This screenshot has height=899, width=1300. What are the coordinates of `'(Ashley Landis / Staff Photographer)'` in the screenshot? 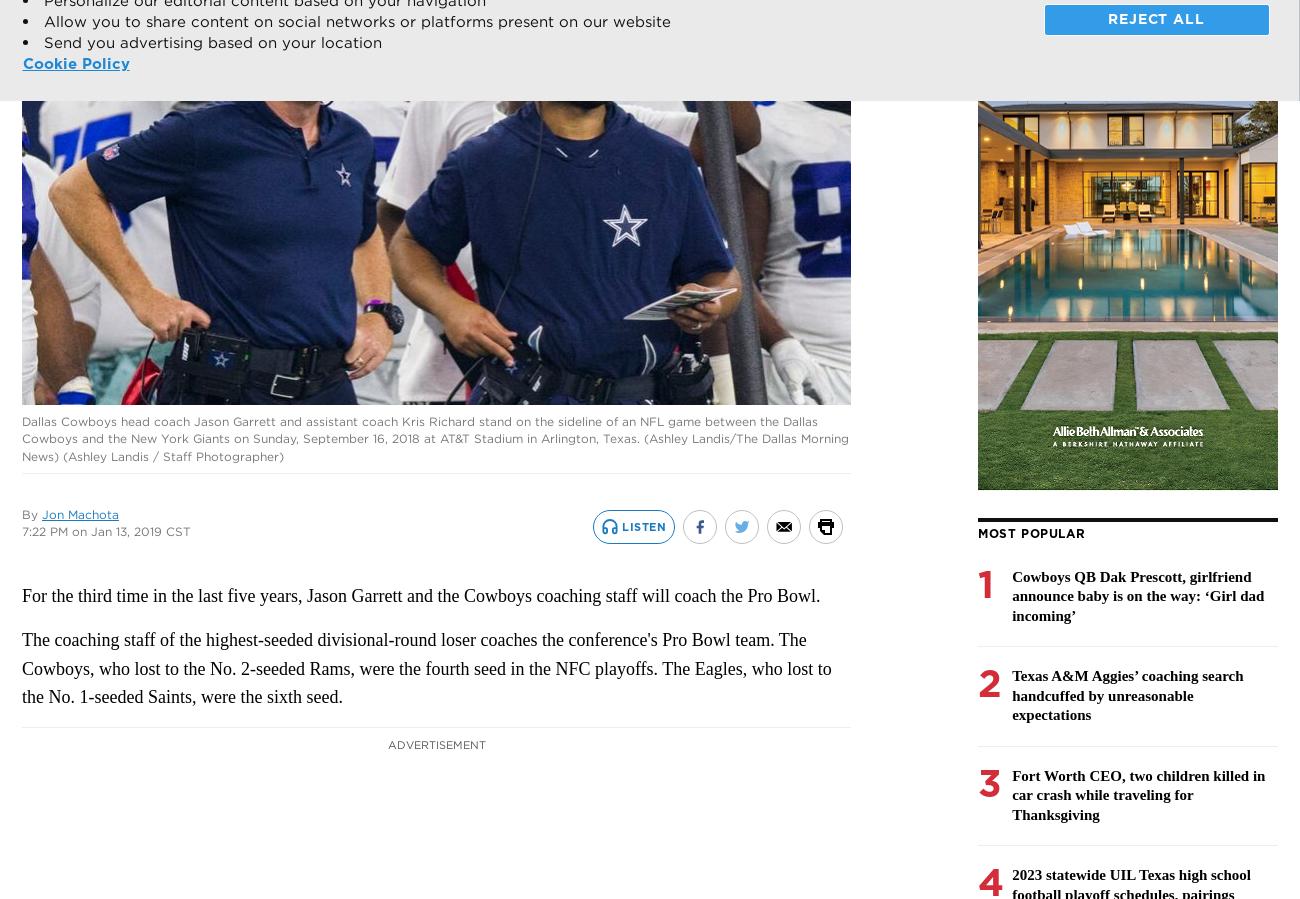 It's located at (173, 455).